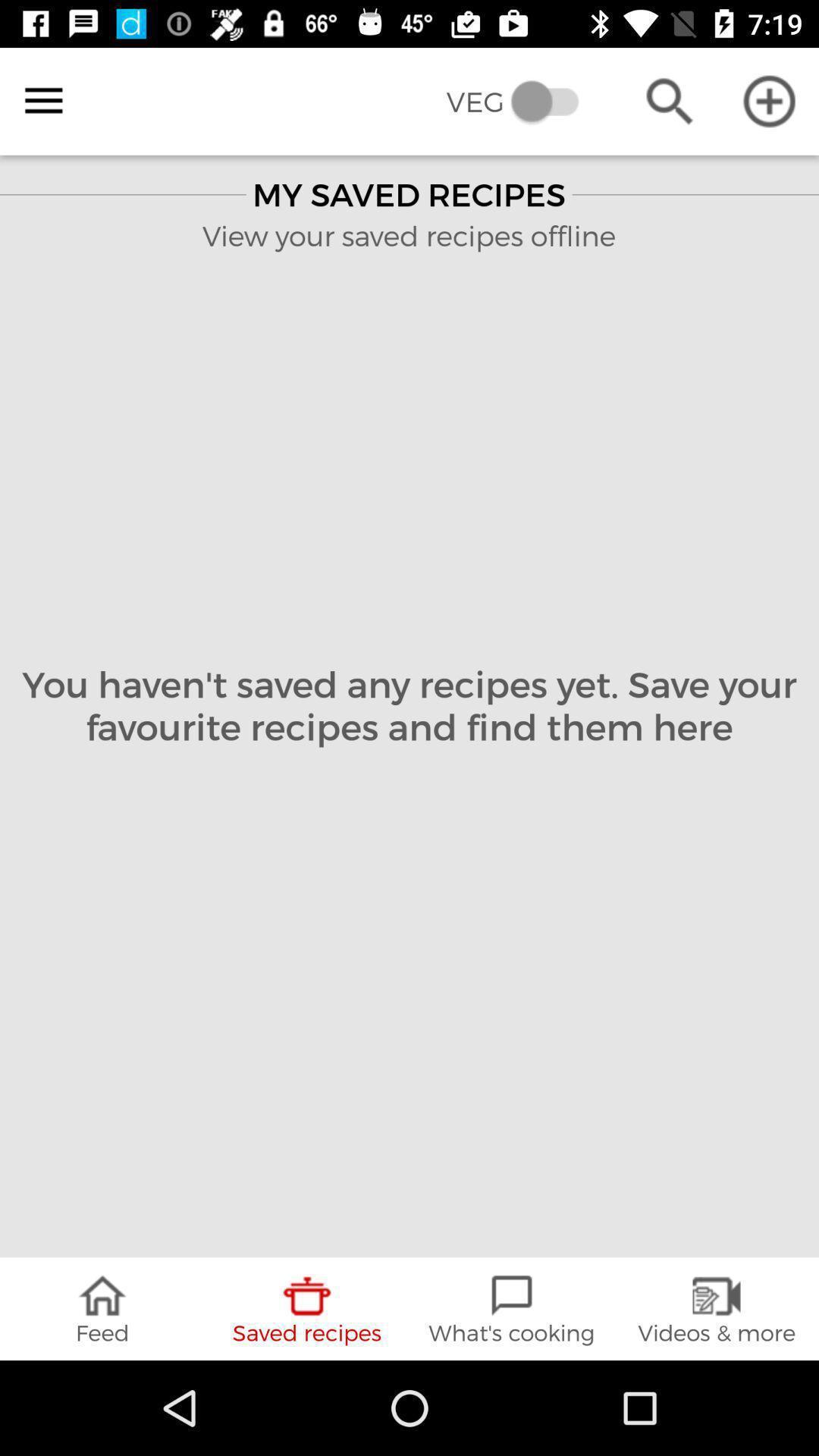 This screenshot has width=819, height=1456. Describe the element at coordinates (522, 100) in the screenshot. I see `the icon above the my saved recipes item` at that location.